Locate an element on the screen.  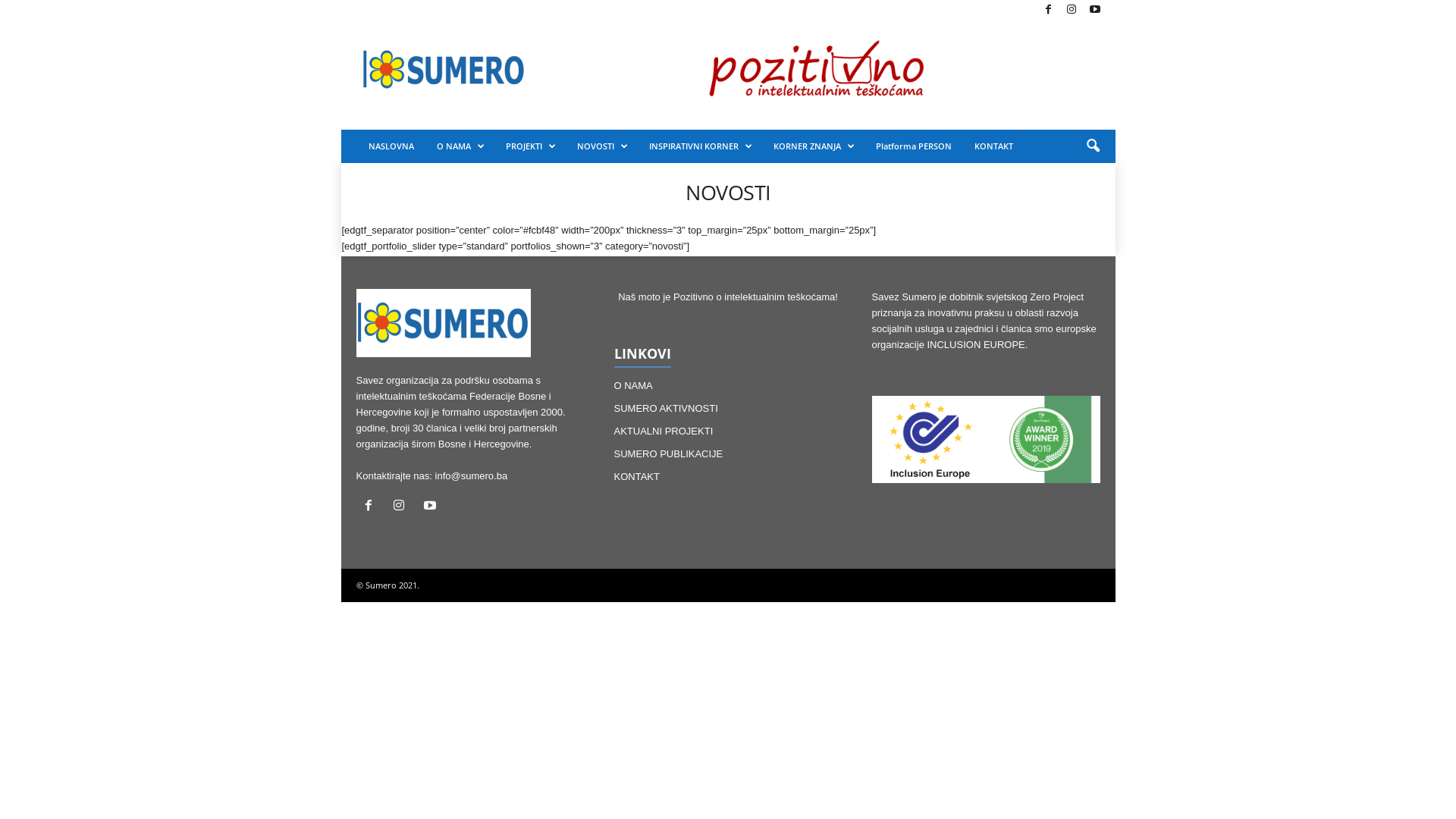
'Facebook' is located at coordinates (1047, 10).